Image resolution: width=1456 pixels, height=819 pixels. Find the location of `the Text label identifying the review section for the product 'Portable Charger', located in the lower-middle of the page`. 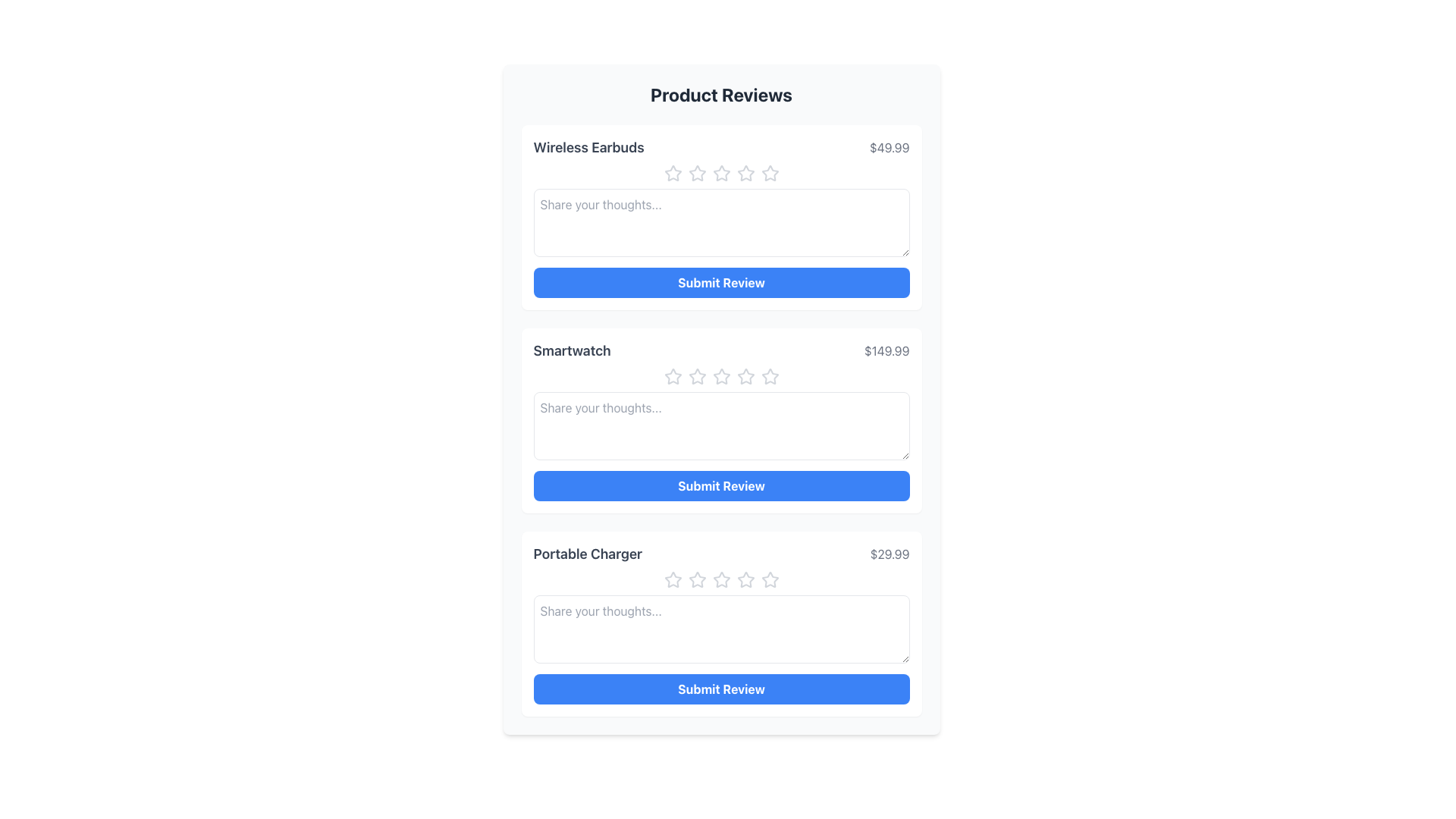

the Text label identifying the review section for the product 'Portable Charger', located in the lower-middle of the page is located at coordinates (587, 554).